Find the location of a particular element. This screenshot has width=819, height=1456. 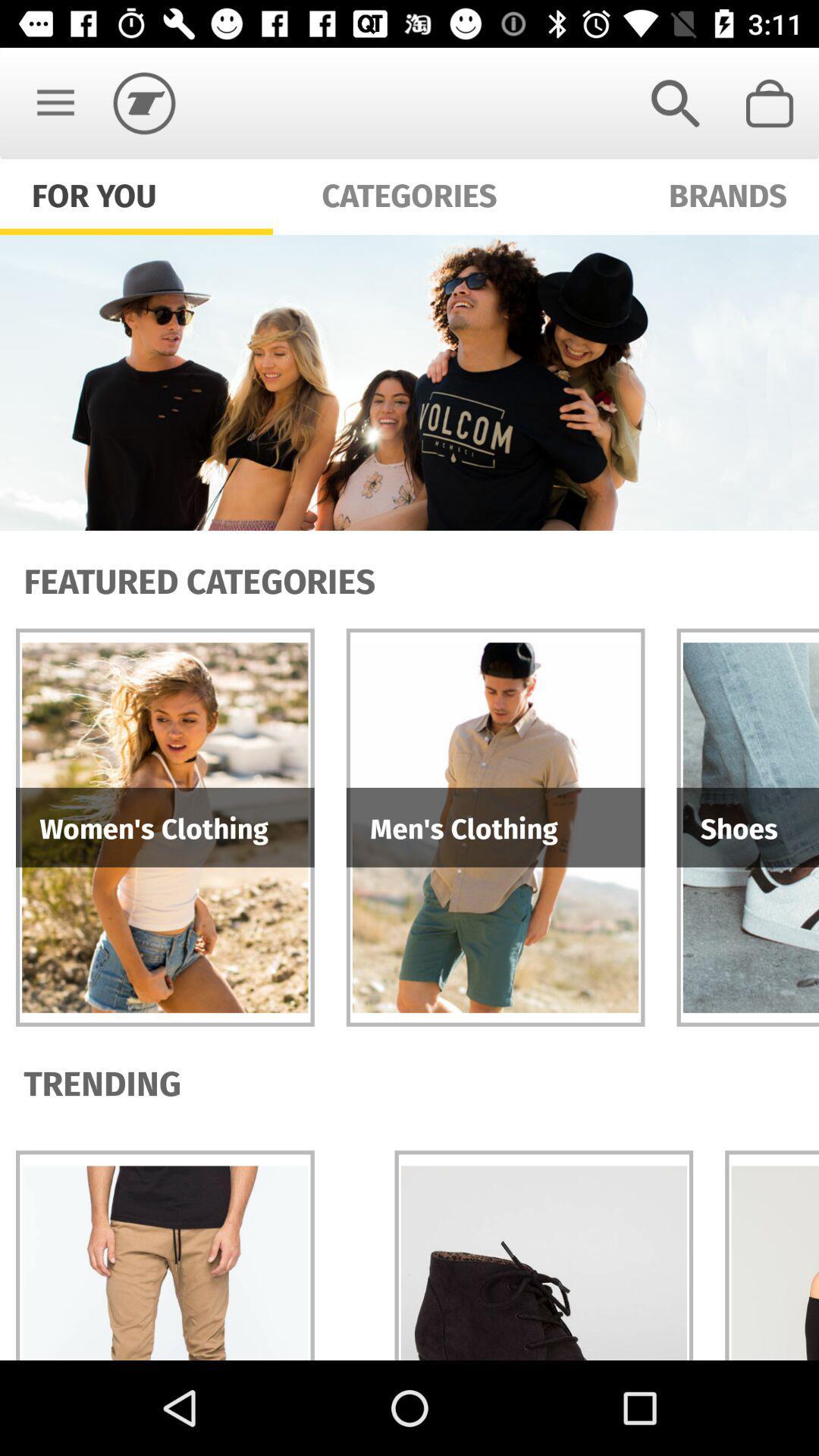

for you item is located at coordinates (94, 193).